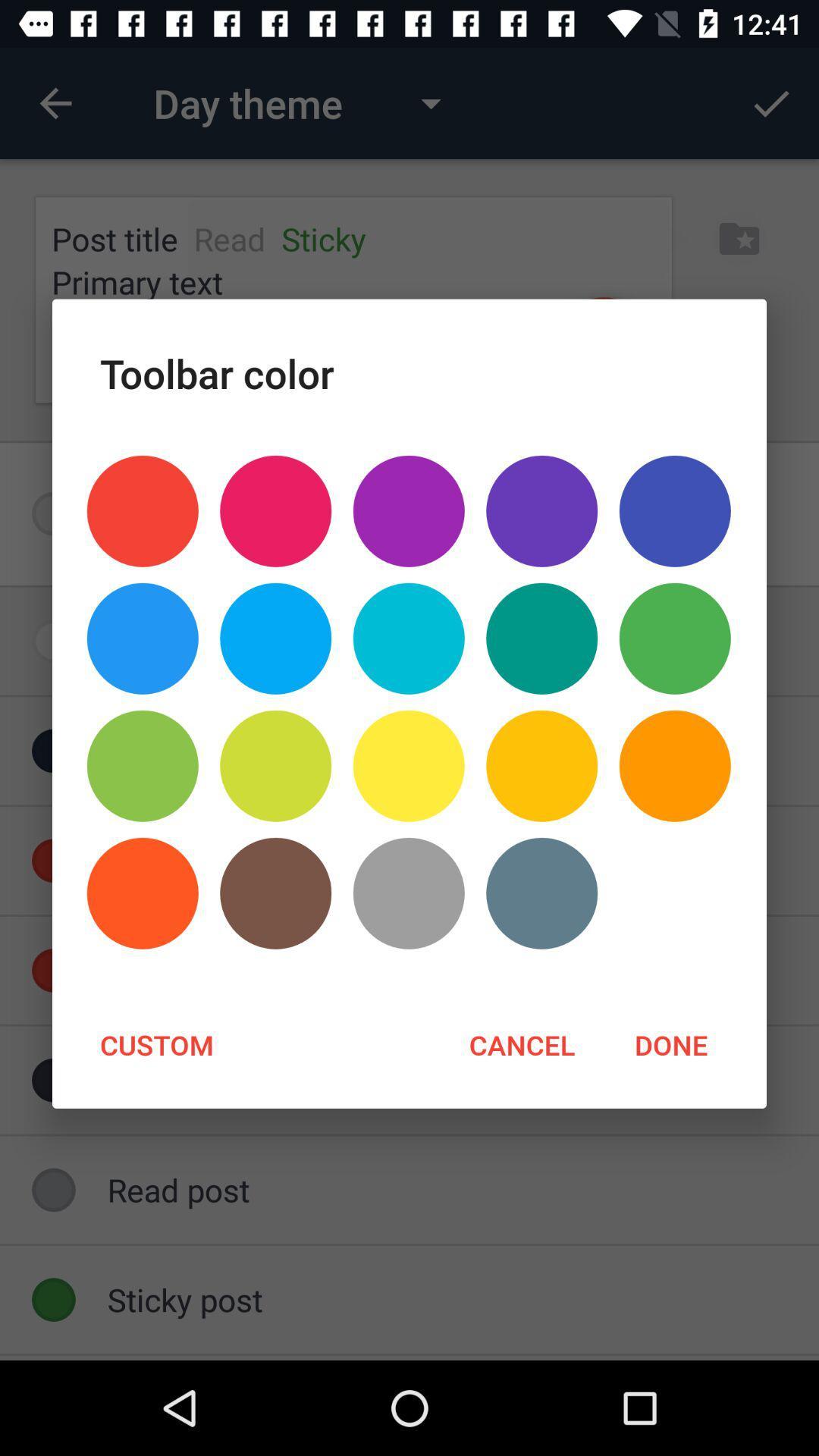 The height and width of the screenshot is (1456, 819). Describe the element at coordinates (157, 1043) in the screenshot. I see `icon to the left of cancel` at that location.